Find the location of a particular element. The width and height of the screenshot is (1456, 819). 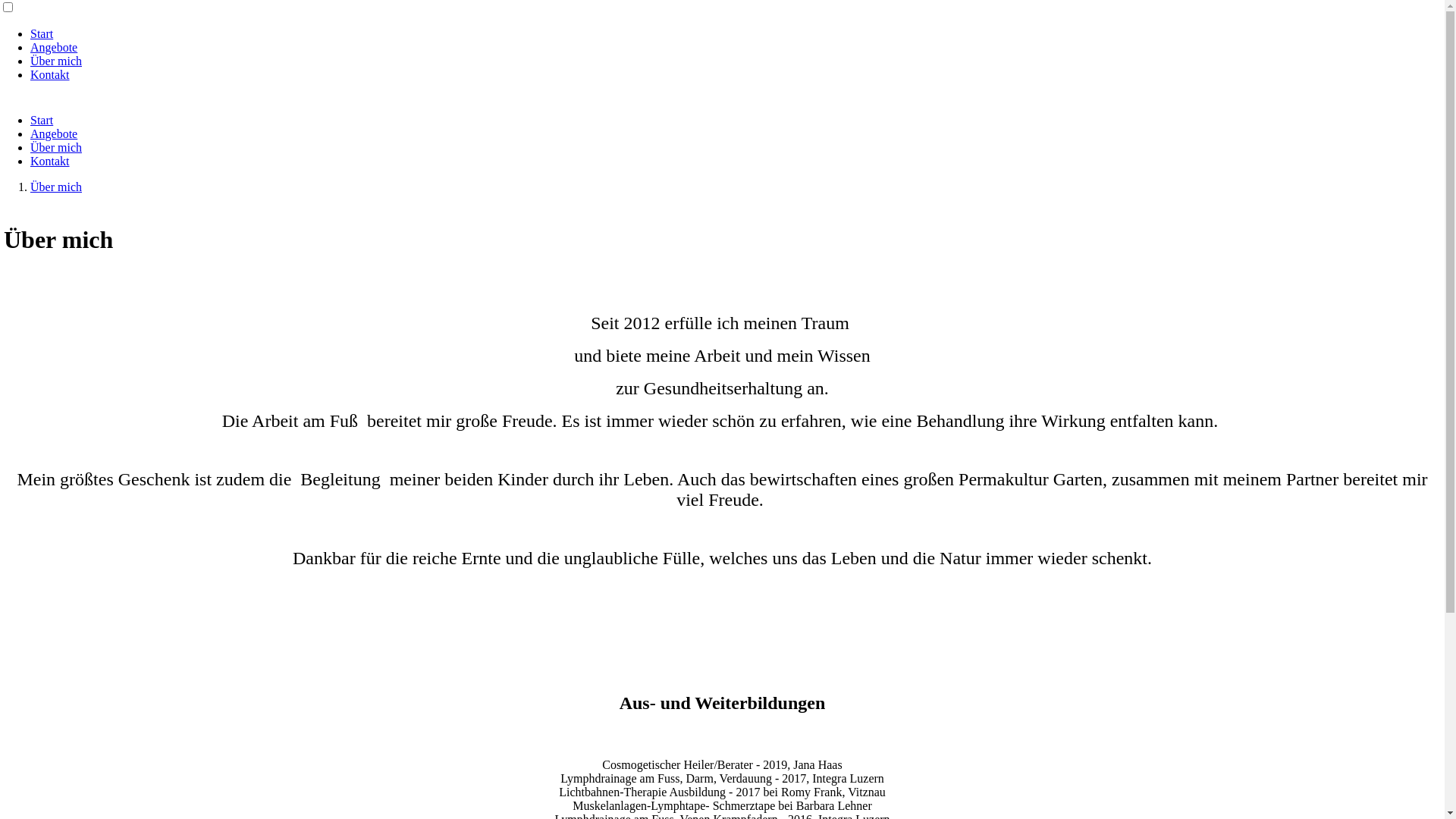

'Angebote' is located at coordinates (54, 46).